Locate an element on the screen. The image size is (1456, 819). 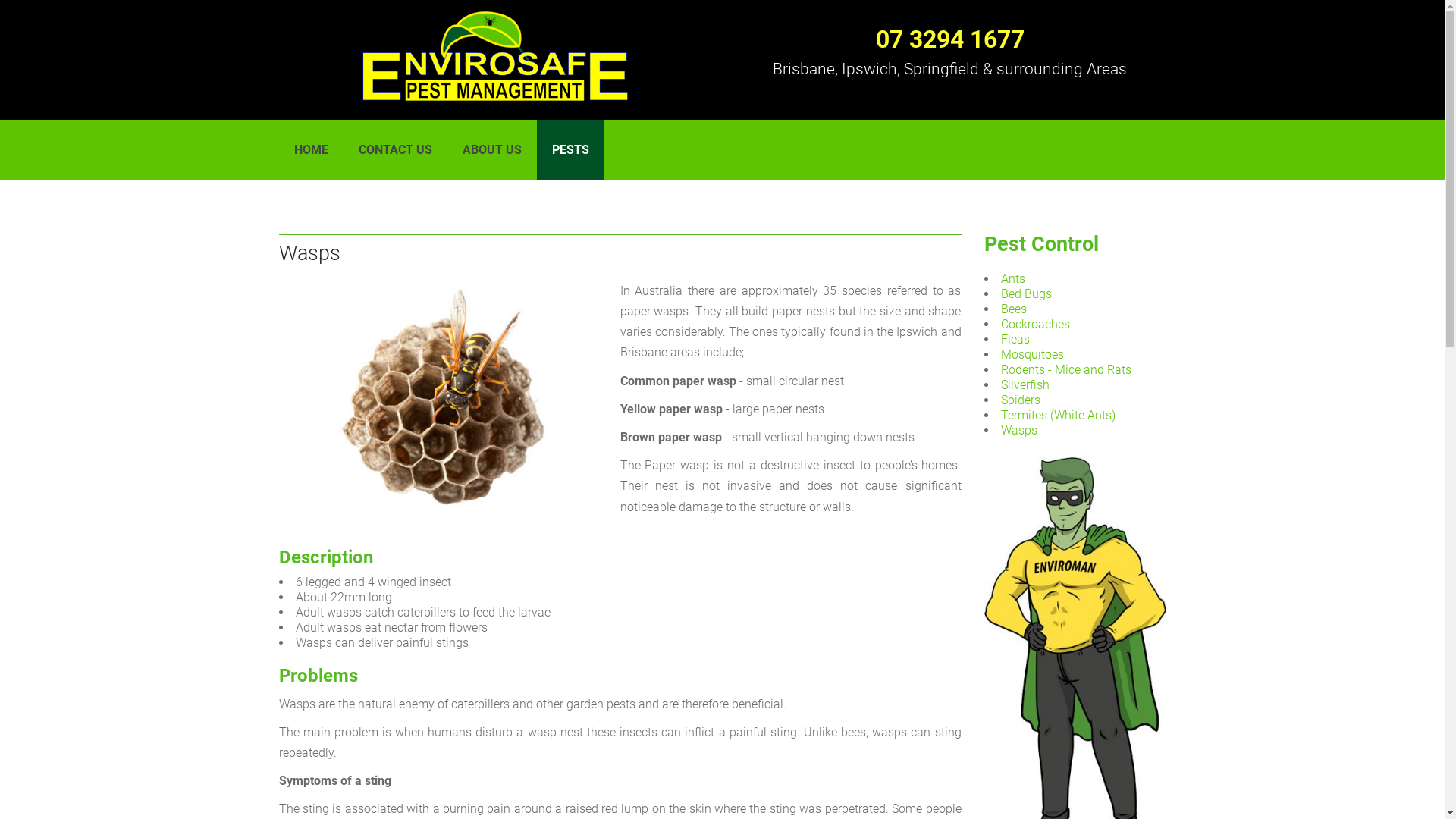
'Fleas' is located at coordinates (1015, 338).